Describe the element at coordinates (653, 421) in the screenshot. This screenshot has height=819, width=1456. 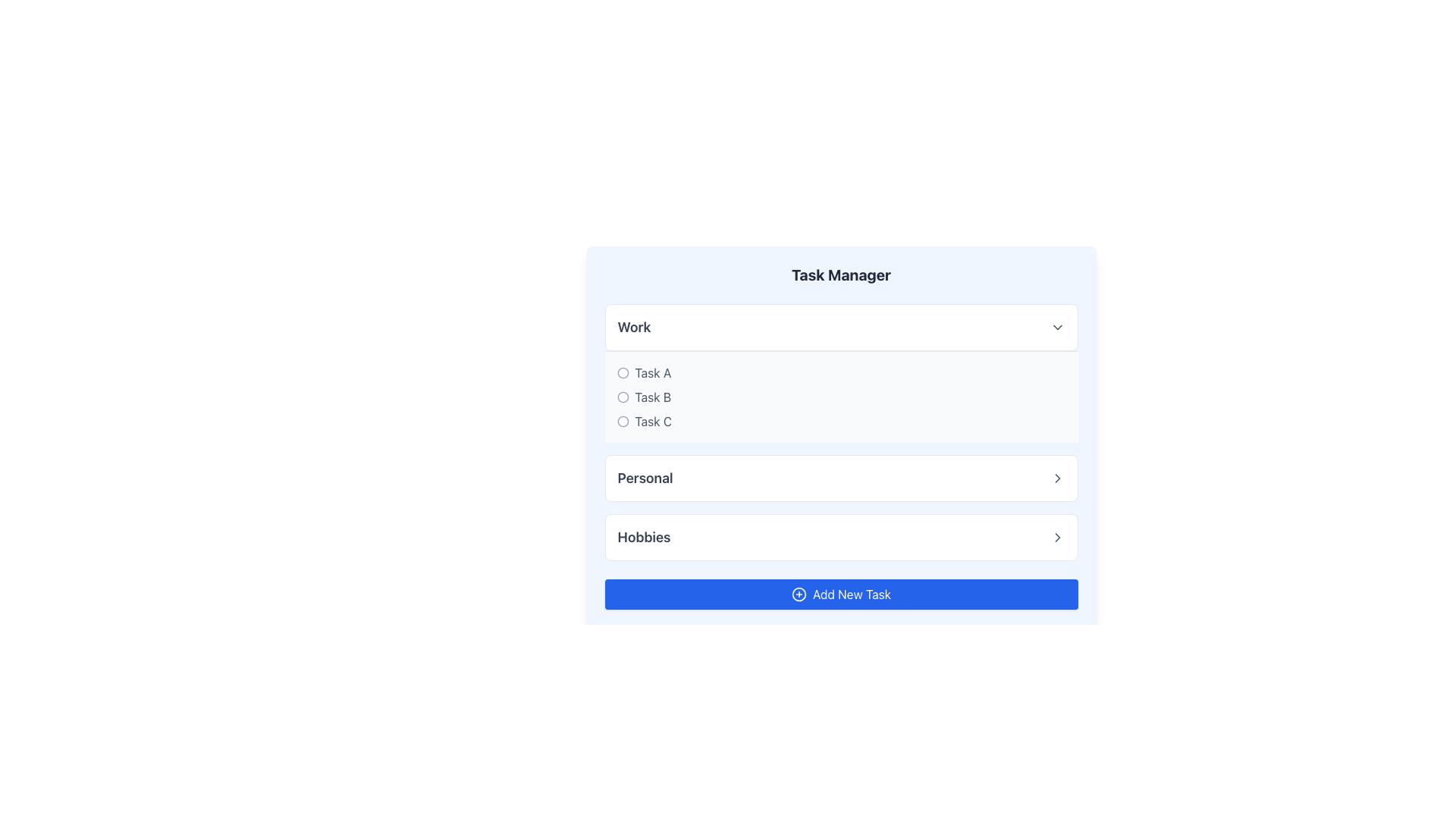
I see `the text label 'Task C' in the Work section of the task manager, which is the third item in a vertical list of tasks` at that location.